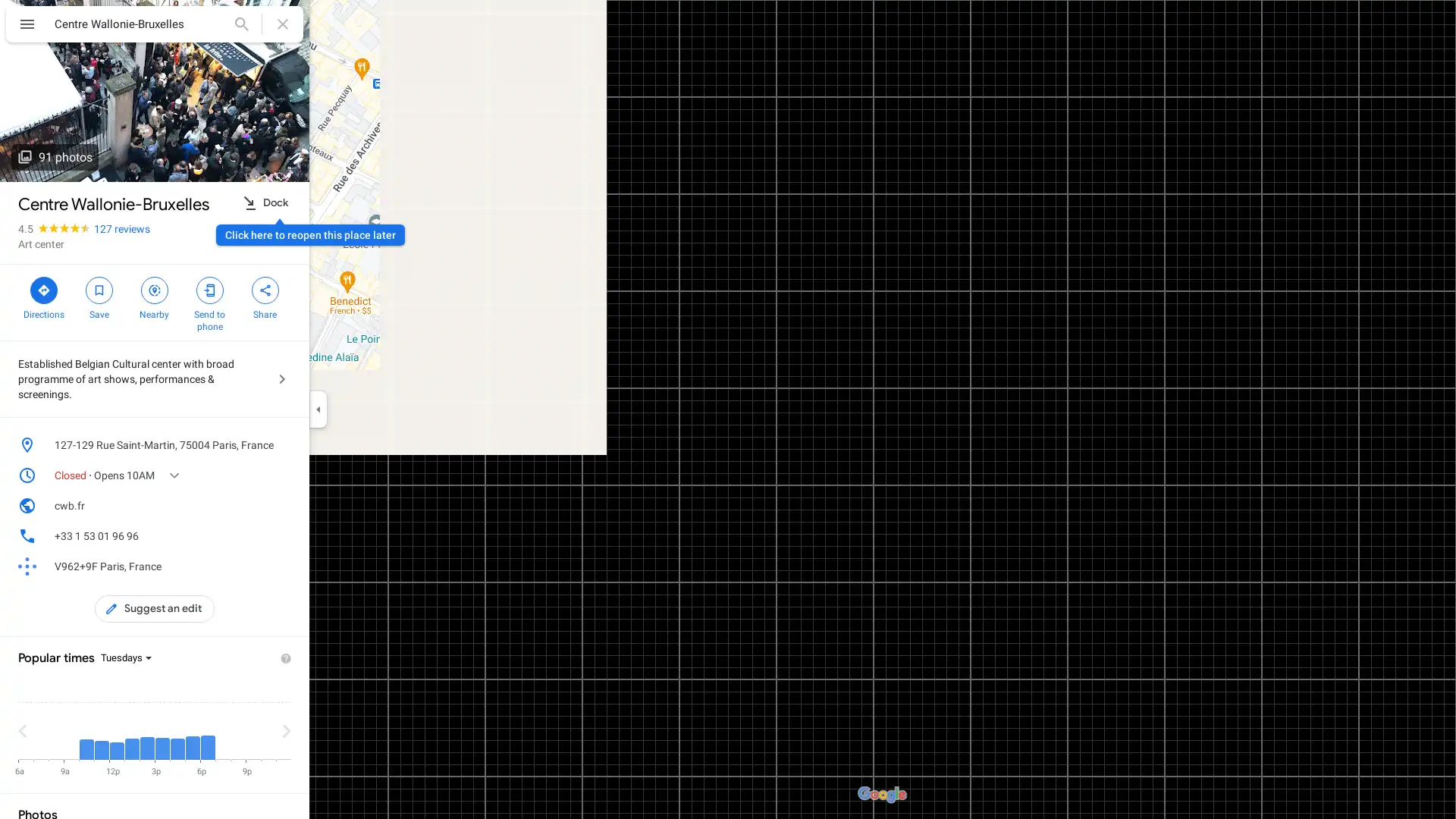  I want to click on Copy plus code, so click(261, 566).